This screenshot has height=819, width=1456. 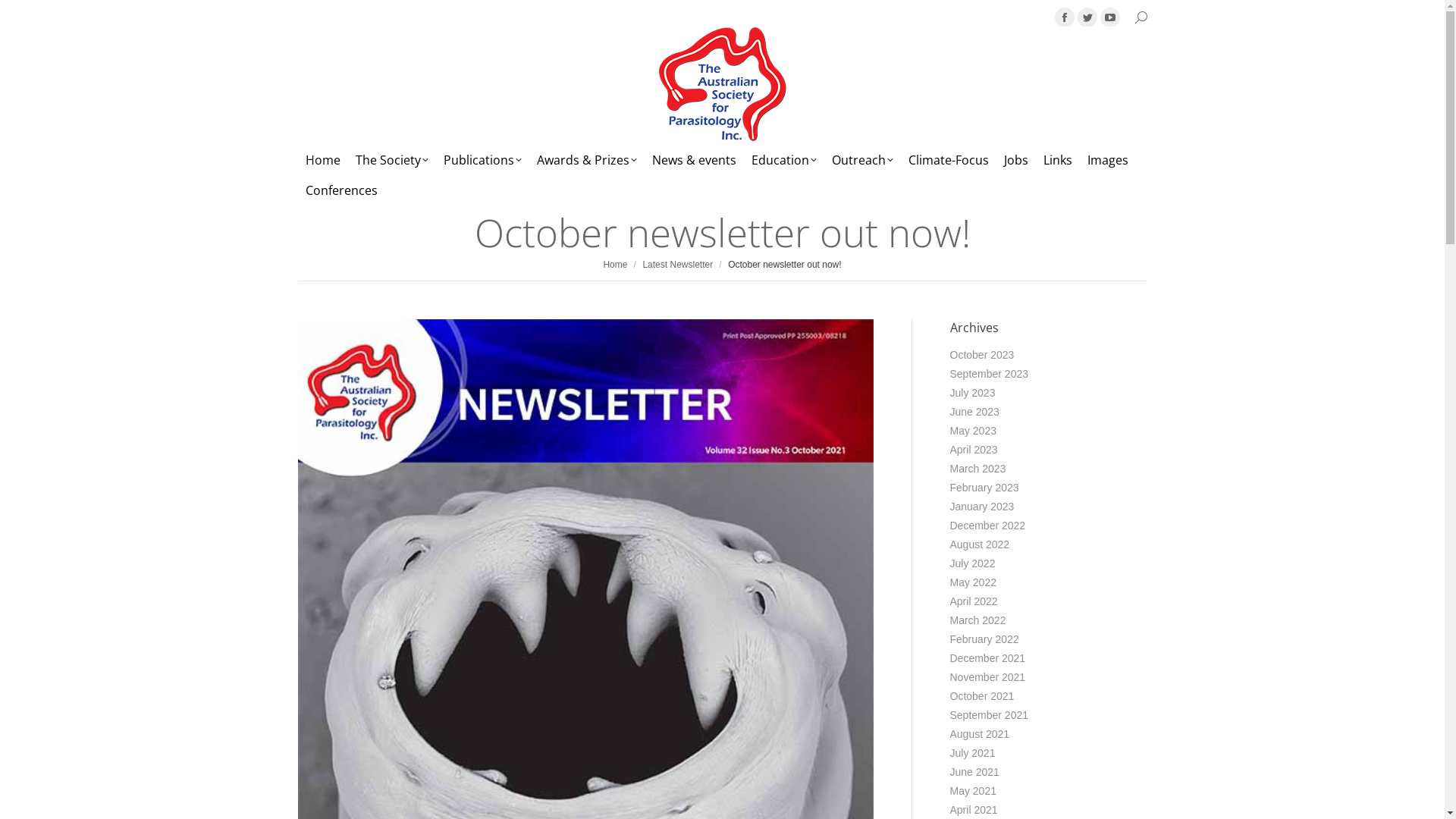 What do you see at coordinates (391, 160) in the screenshot?
I see `'The Society'` at bounding box center [391, 160].